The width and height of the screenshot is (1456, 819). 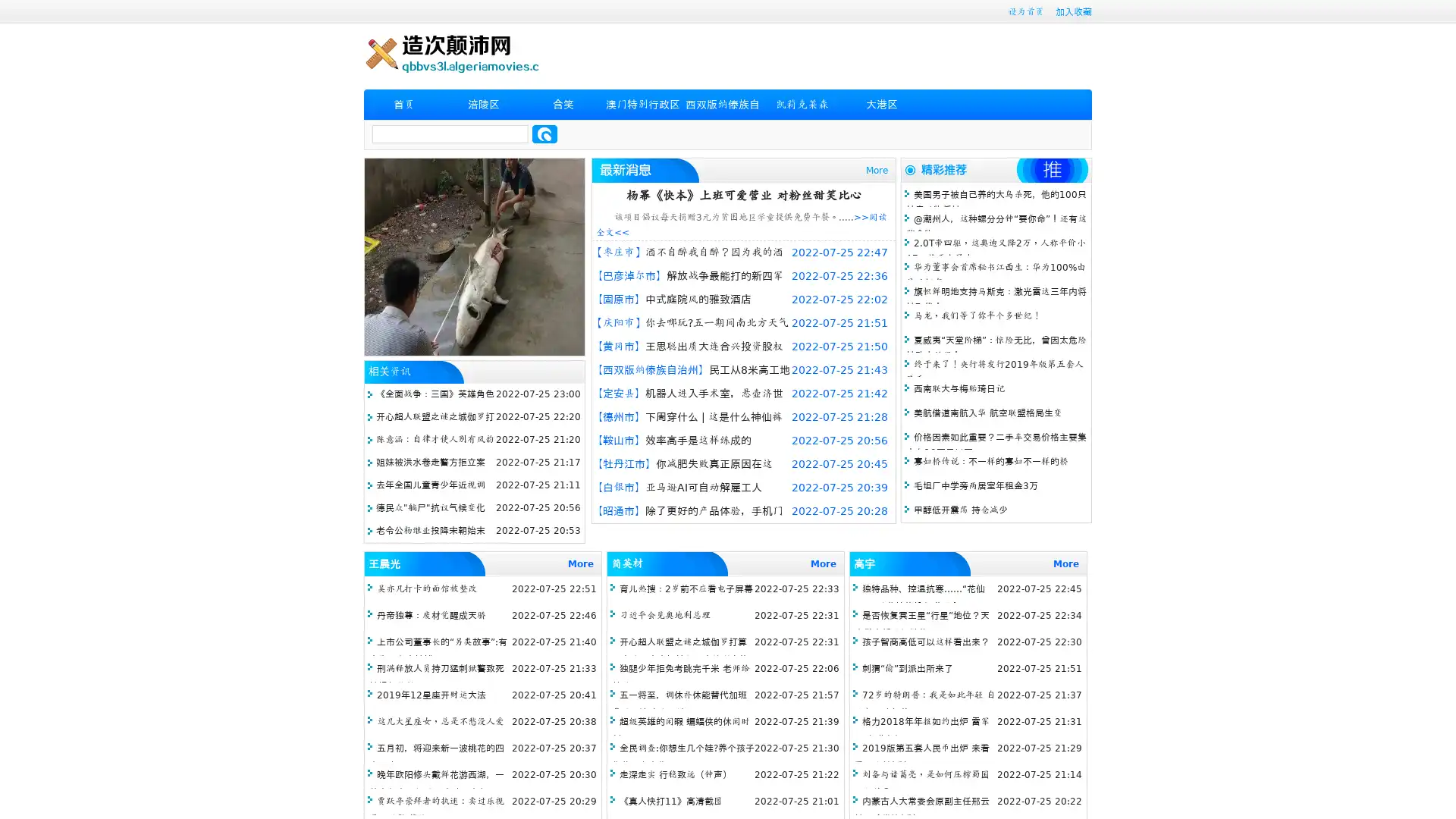 What do you see at coordinates (544, 133) in the screenshot?
I see `Search` at bounding box center [544, 133].